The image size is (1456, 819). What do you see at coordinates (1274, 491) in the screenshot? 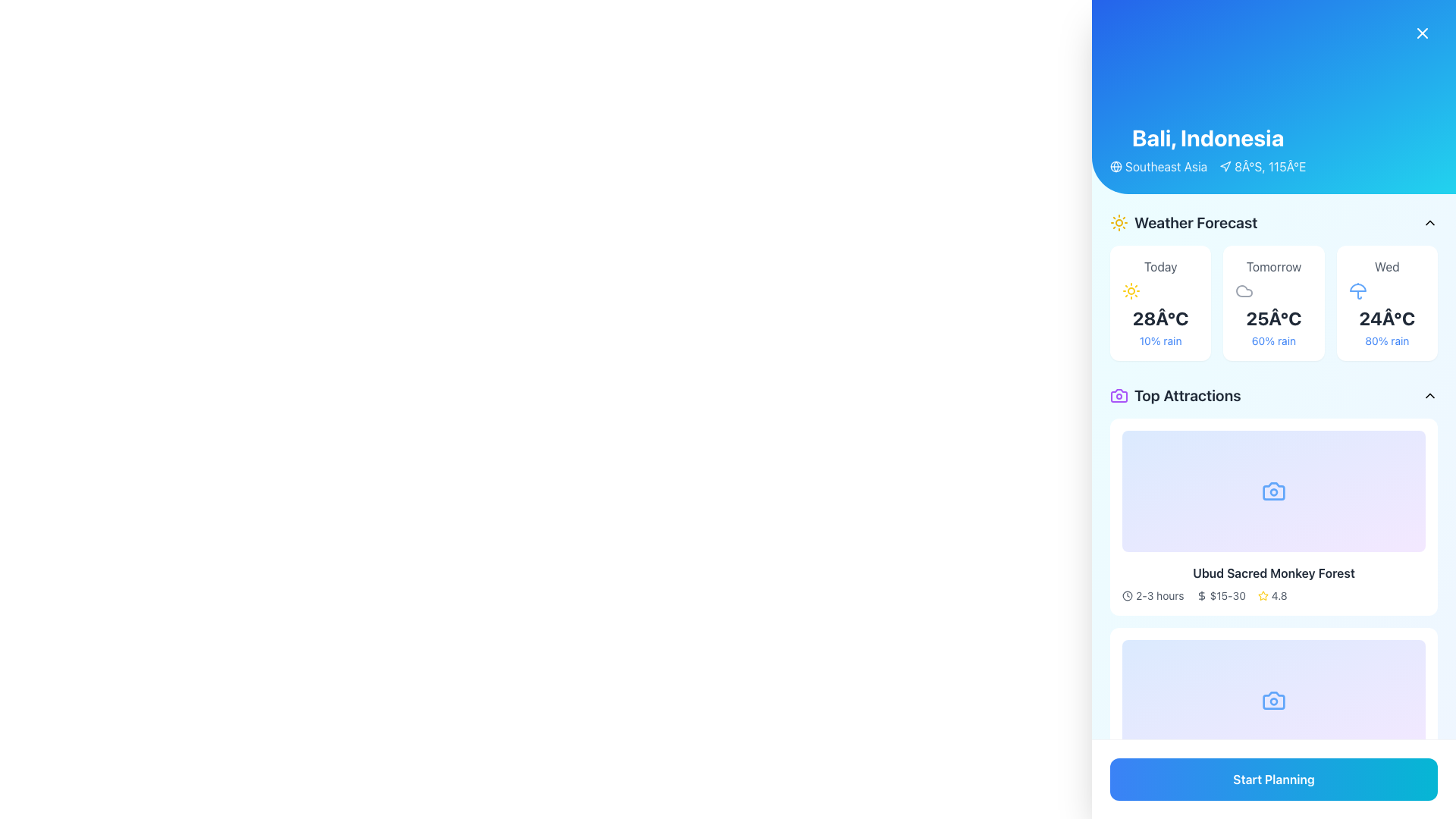
I see `the first camera icon in the 'Top Attractions' section, located below the 'Weather Forecast' section` at bounding box center [1274, 491].